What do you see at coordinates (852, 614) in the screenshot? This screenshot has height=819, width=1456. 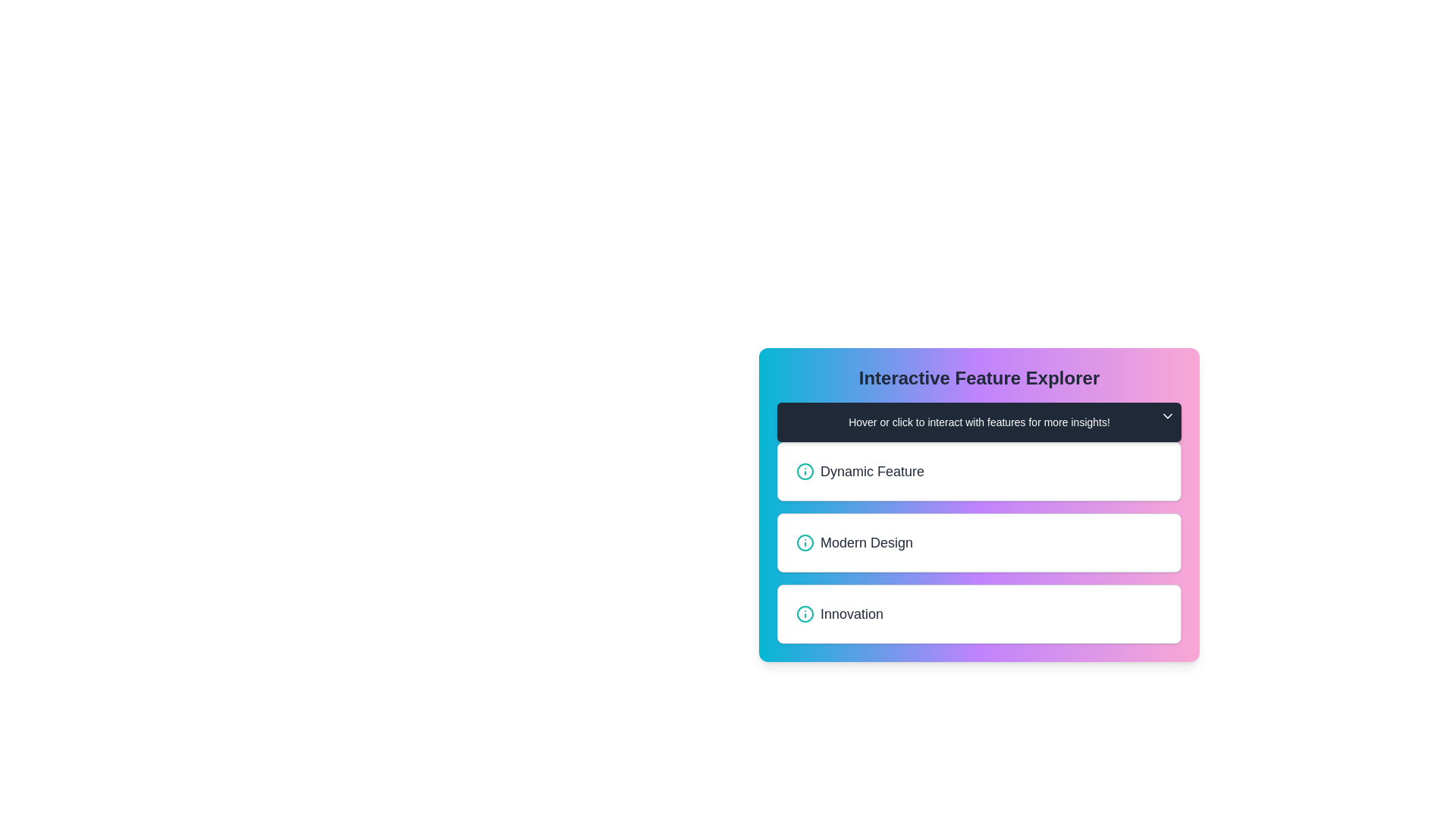 I see `text from the third text label in a vertical list, positioned to the right of an accompanying icon` at bounding box center [852, 614].